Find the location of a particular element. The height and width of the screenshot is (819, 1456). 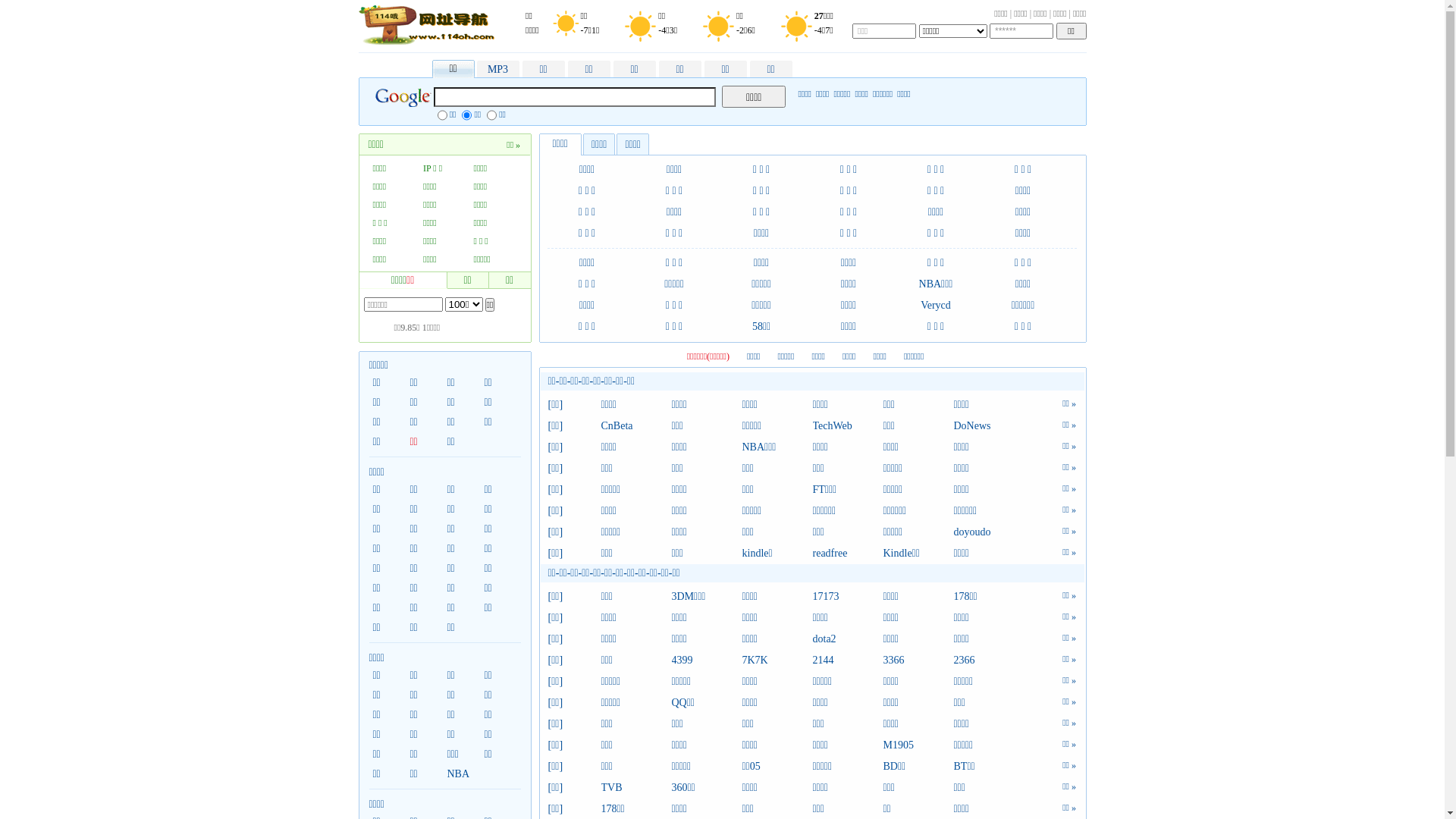

'on' is located at coordinates (491, 114).